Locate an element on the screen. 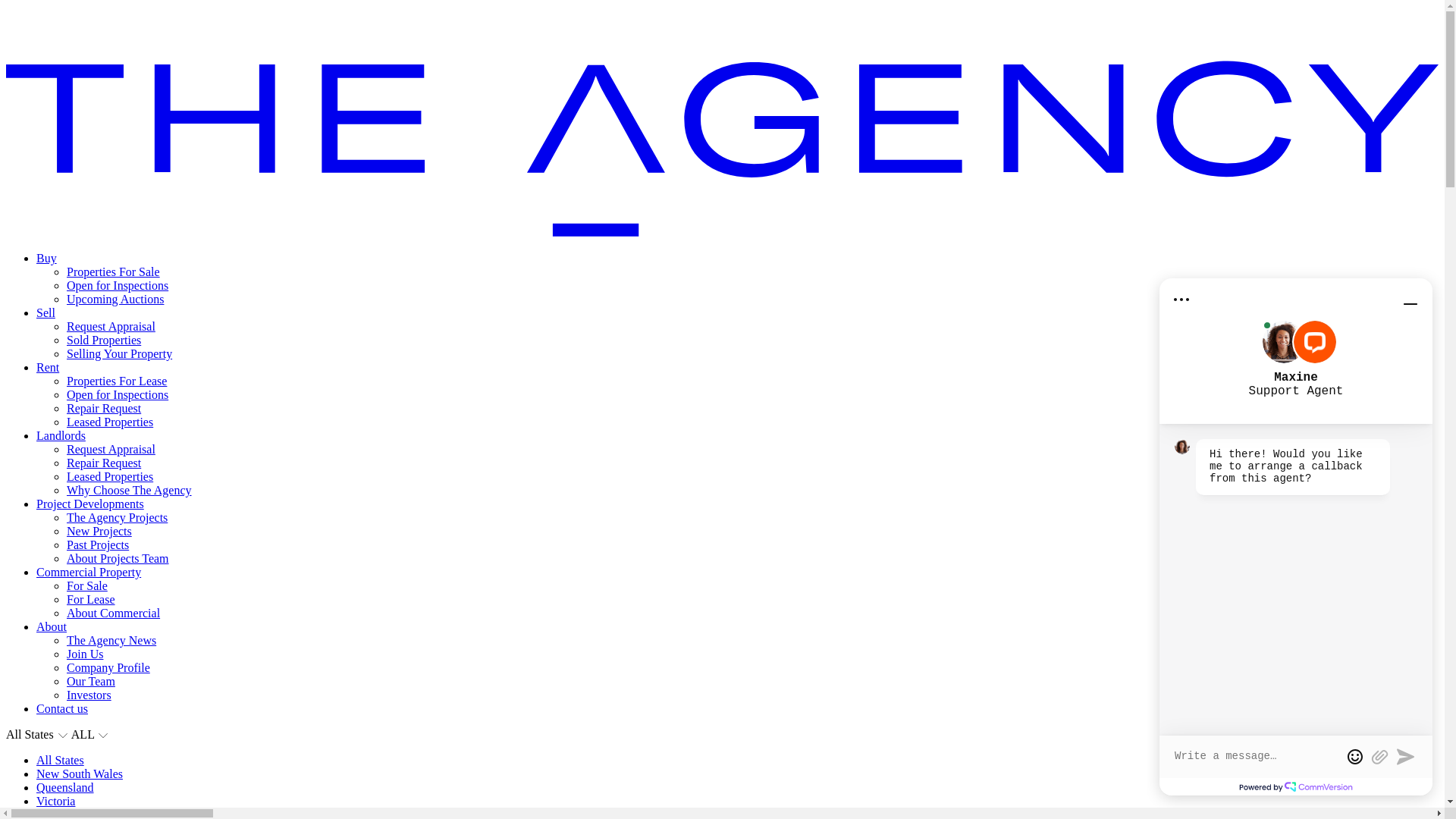  'About Projects Team' is located at coordinates (117, 558).